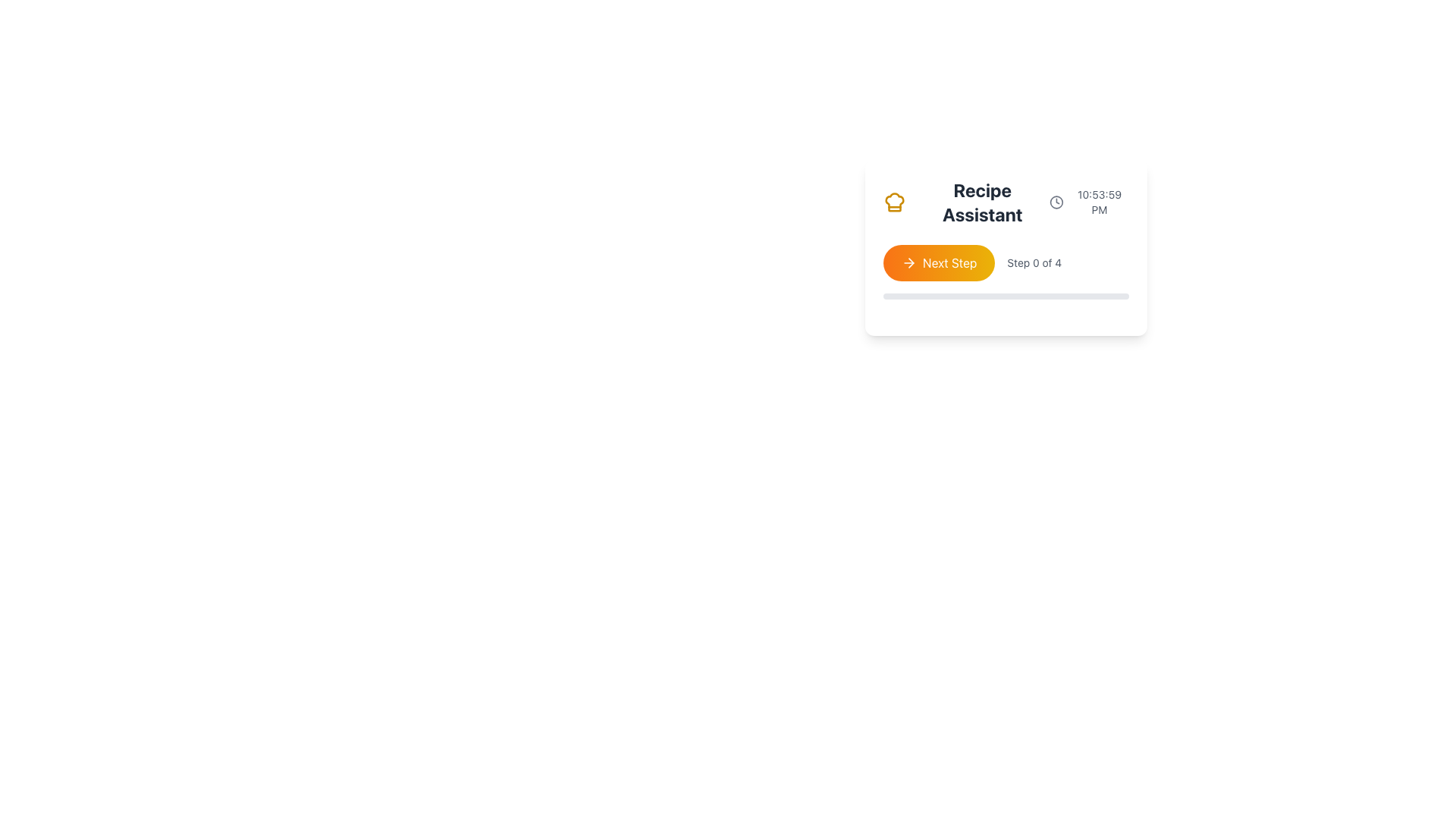 The height and width of the screenshot is (819, 1456). I want to click on the text of the header representing the recipe assistant tool, as it is interactive, so click(965, 201).